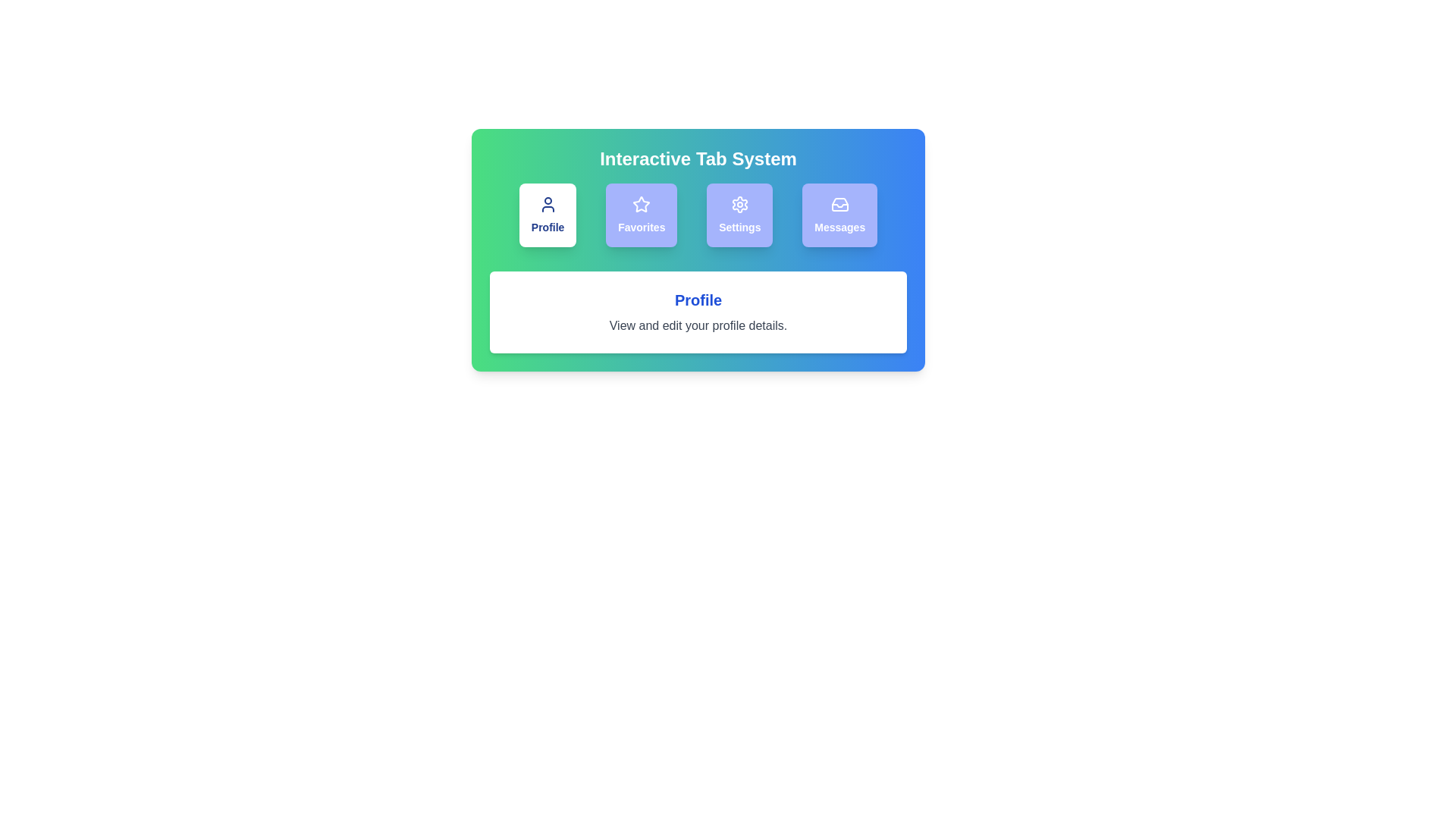  What do you see at coordinates (739, 215) in the screenshot?
I see `the Settings tab to view its content` at bounding box center [739, 215].